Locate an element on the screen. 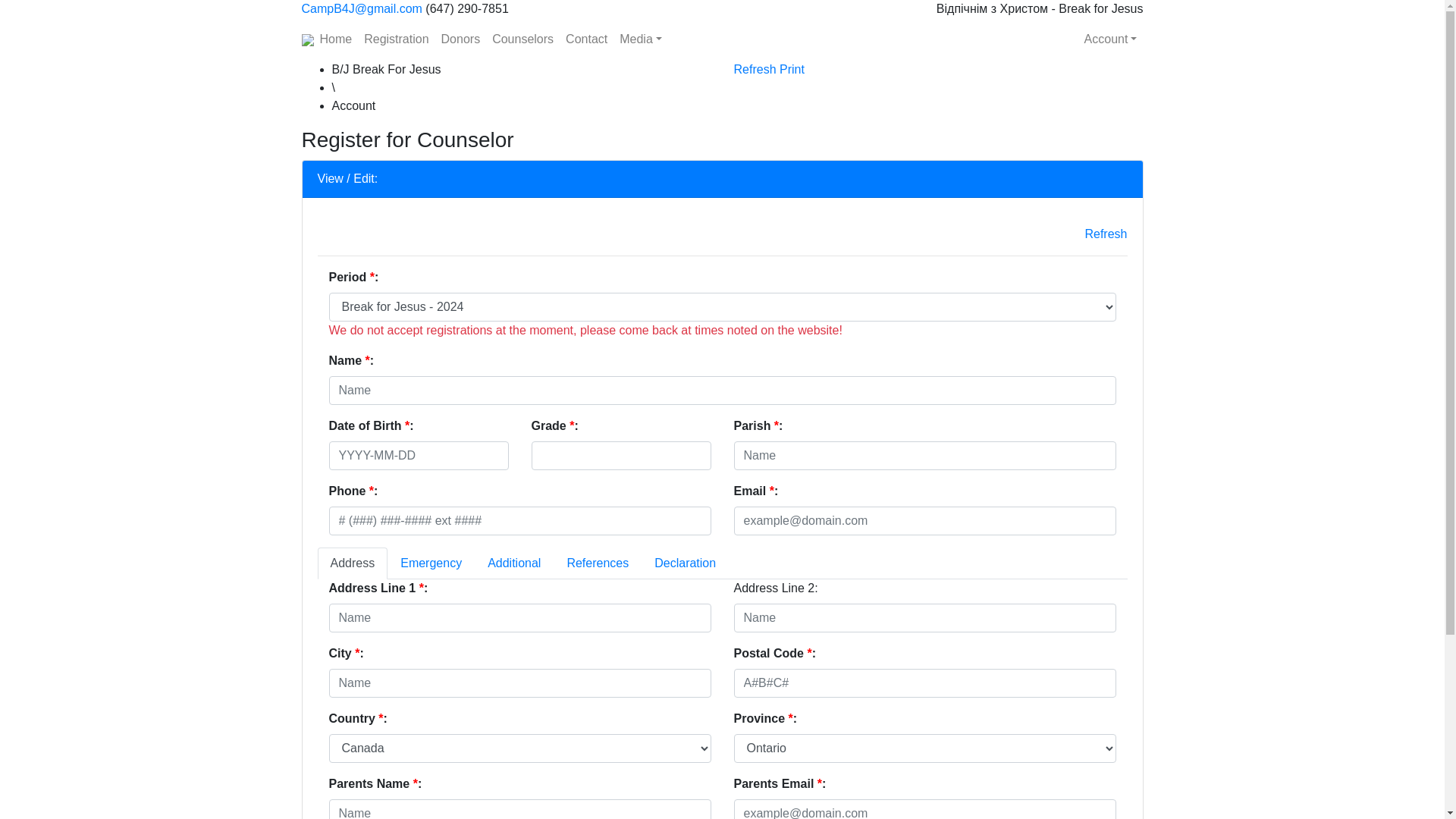 This screenshot has height=819, width=1456. ' Address Line 1' is located at coordinates (520, 617).